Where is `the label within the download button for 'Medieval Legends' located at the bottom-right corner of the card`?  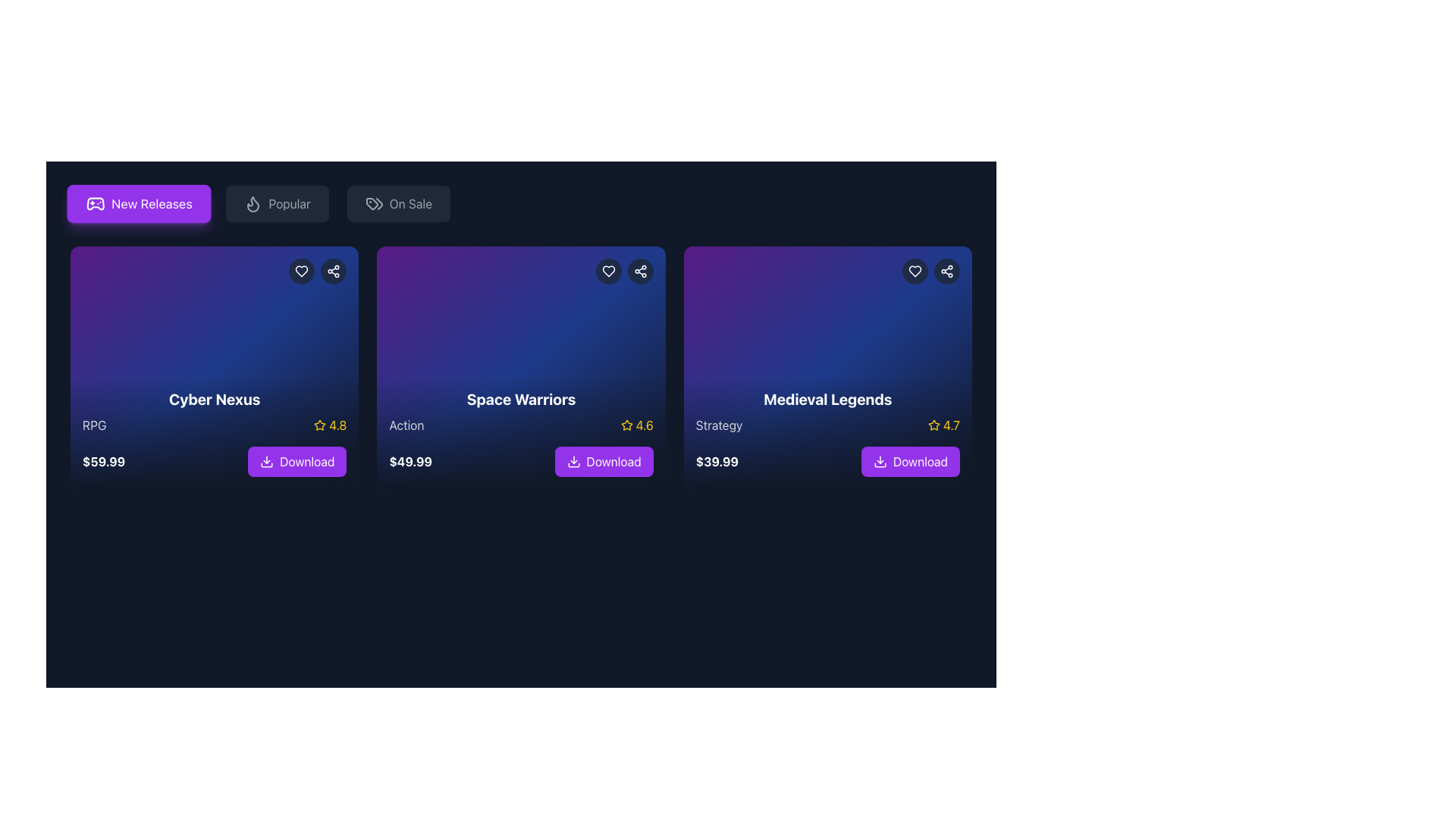 the label within the download button for 'Medieval Legends' located at the bottom-right corner of the card is located at coordinates (920, 461).